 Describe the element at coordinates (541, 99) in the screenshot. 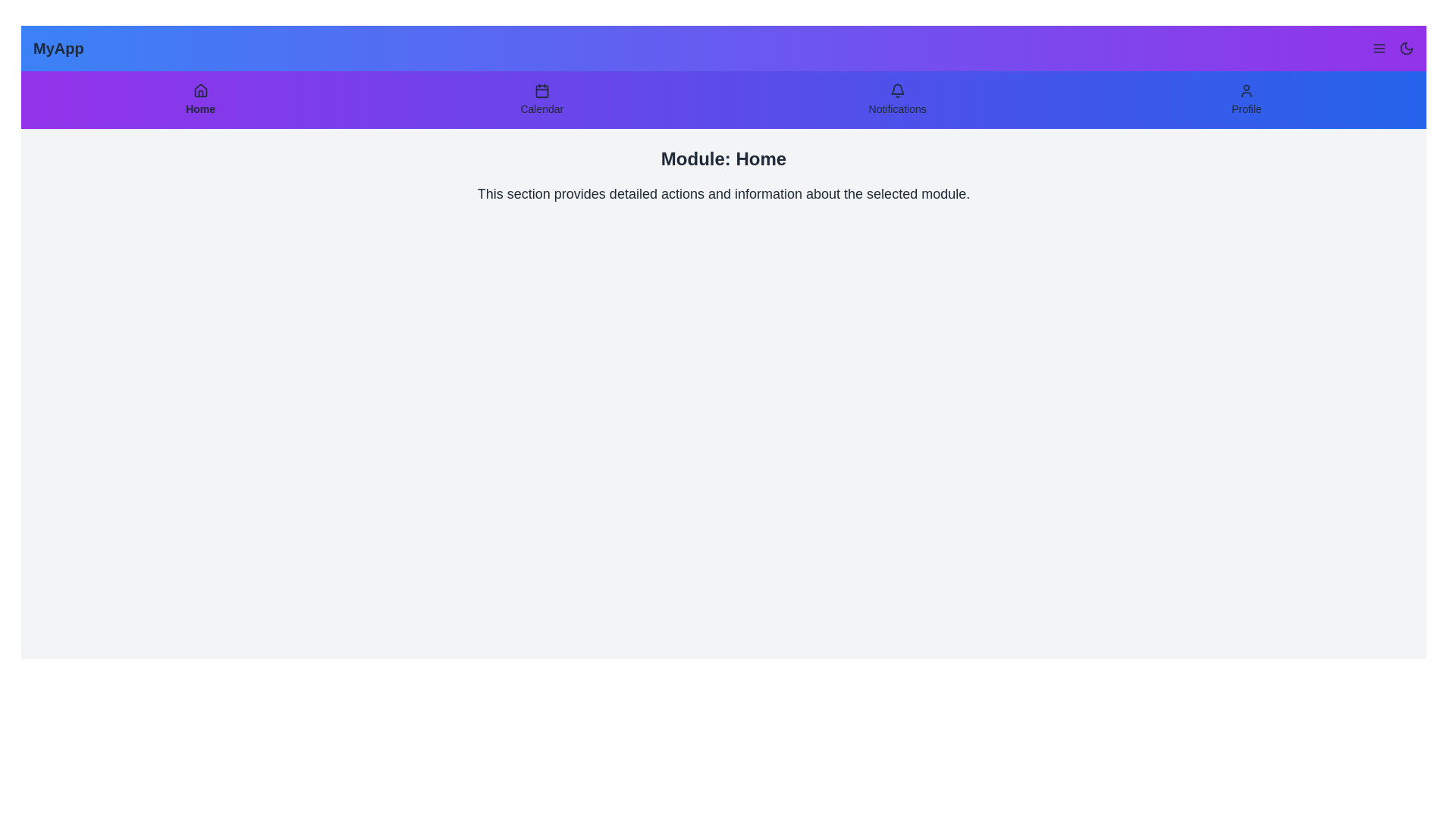

I see `the Calendar tab in the navigation bar` at that location.